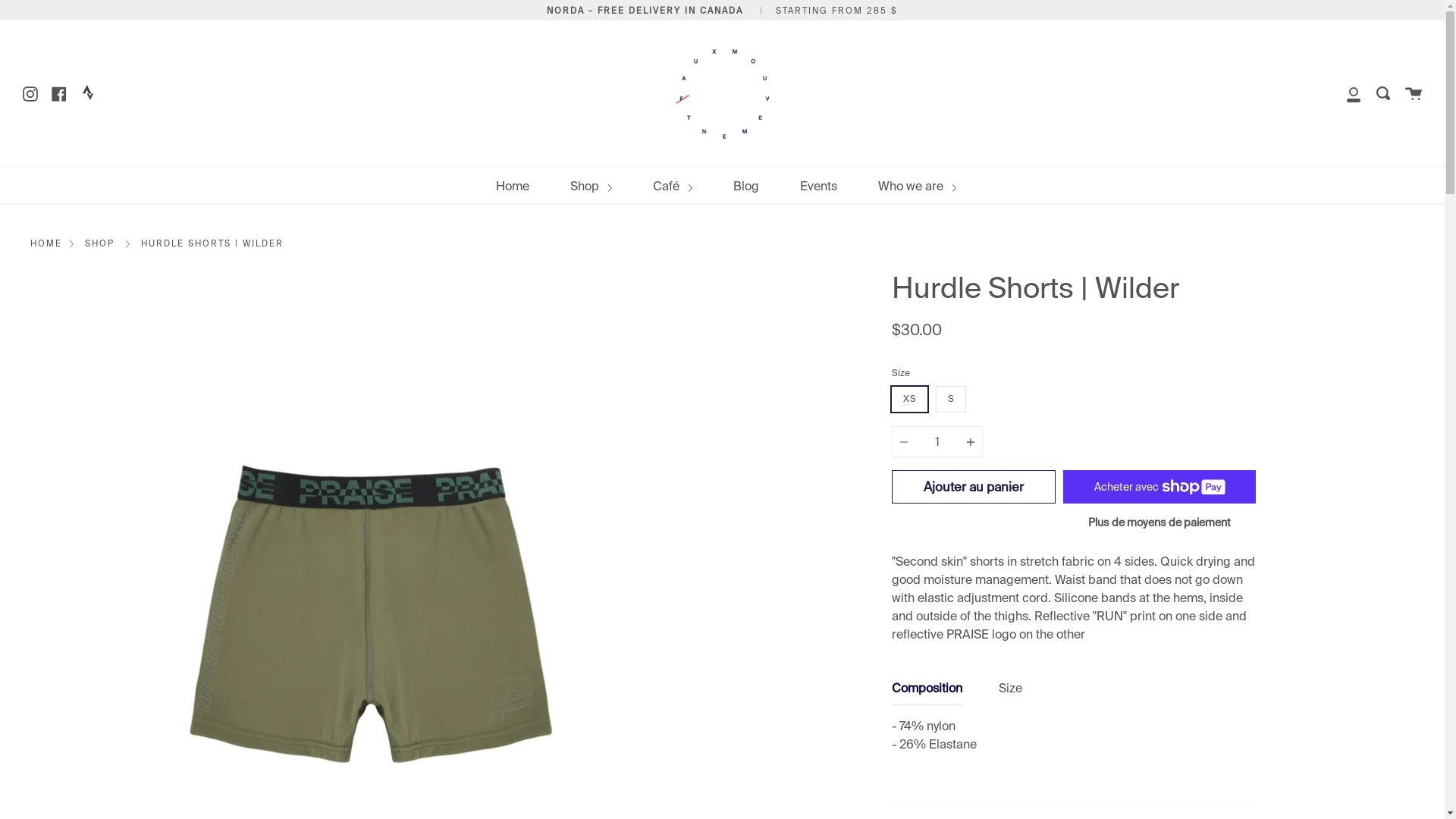 The image size is (1456, 819). What do you see at coordinates (1383, 93) in the screenshot?
I see `'Research'` at bounding box center [1383, 93].